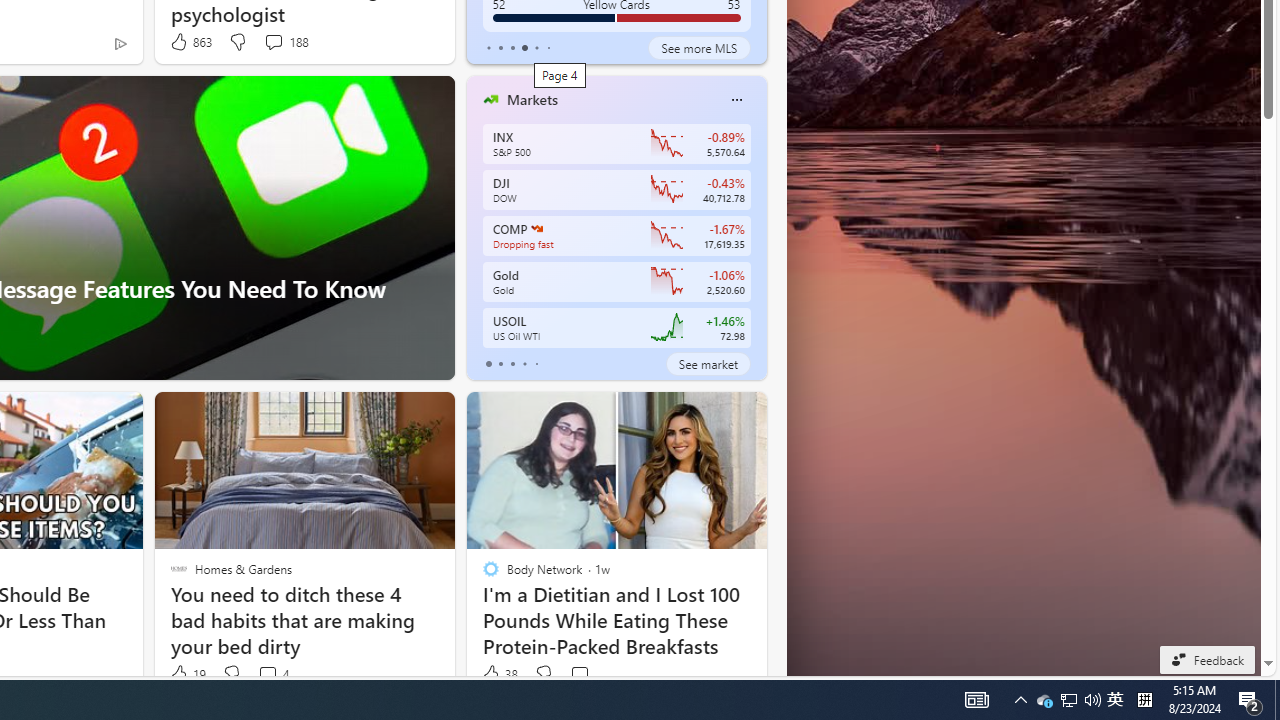  I want to click on '38 Like', so click(499, 674).